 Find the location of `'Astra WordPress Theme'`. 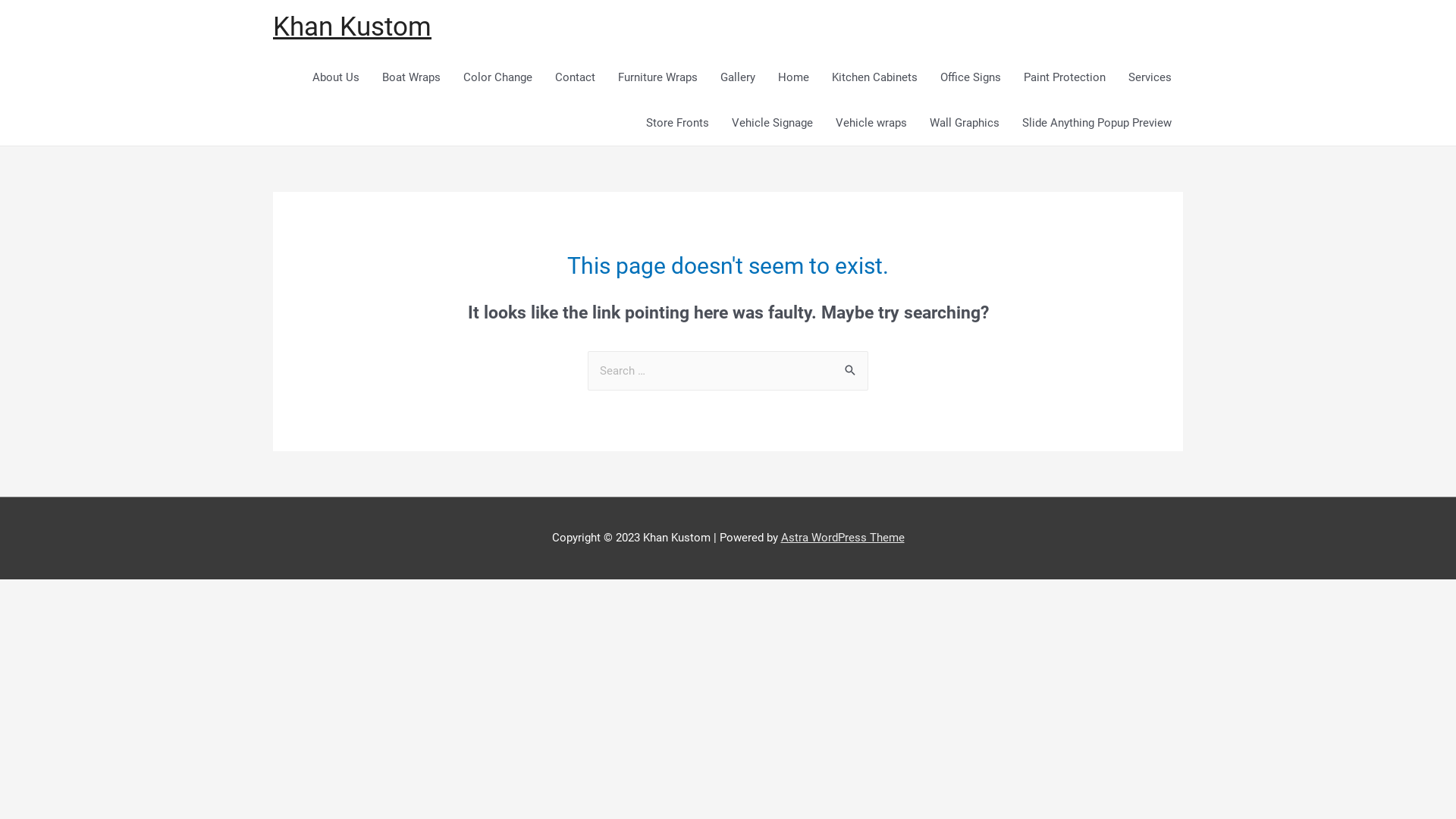

'Astra WordPress Theme' is located at coordinates (842, 537).